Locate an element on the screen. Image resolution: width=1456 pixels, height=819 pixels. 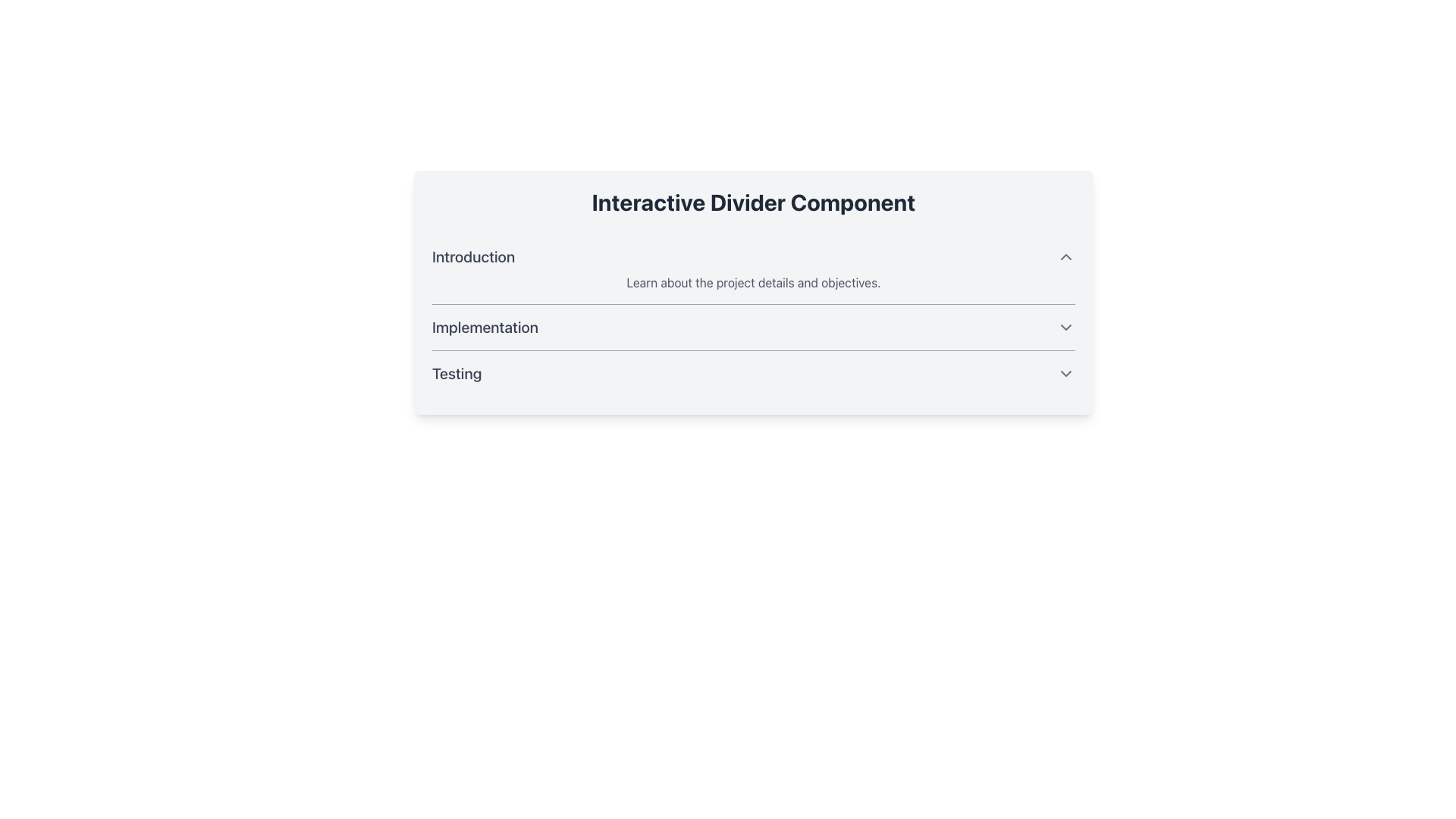
the chevron icon located on the far right side of the 'Introduction' section header is located at coordinates (1065, 256).